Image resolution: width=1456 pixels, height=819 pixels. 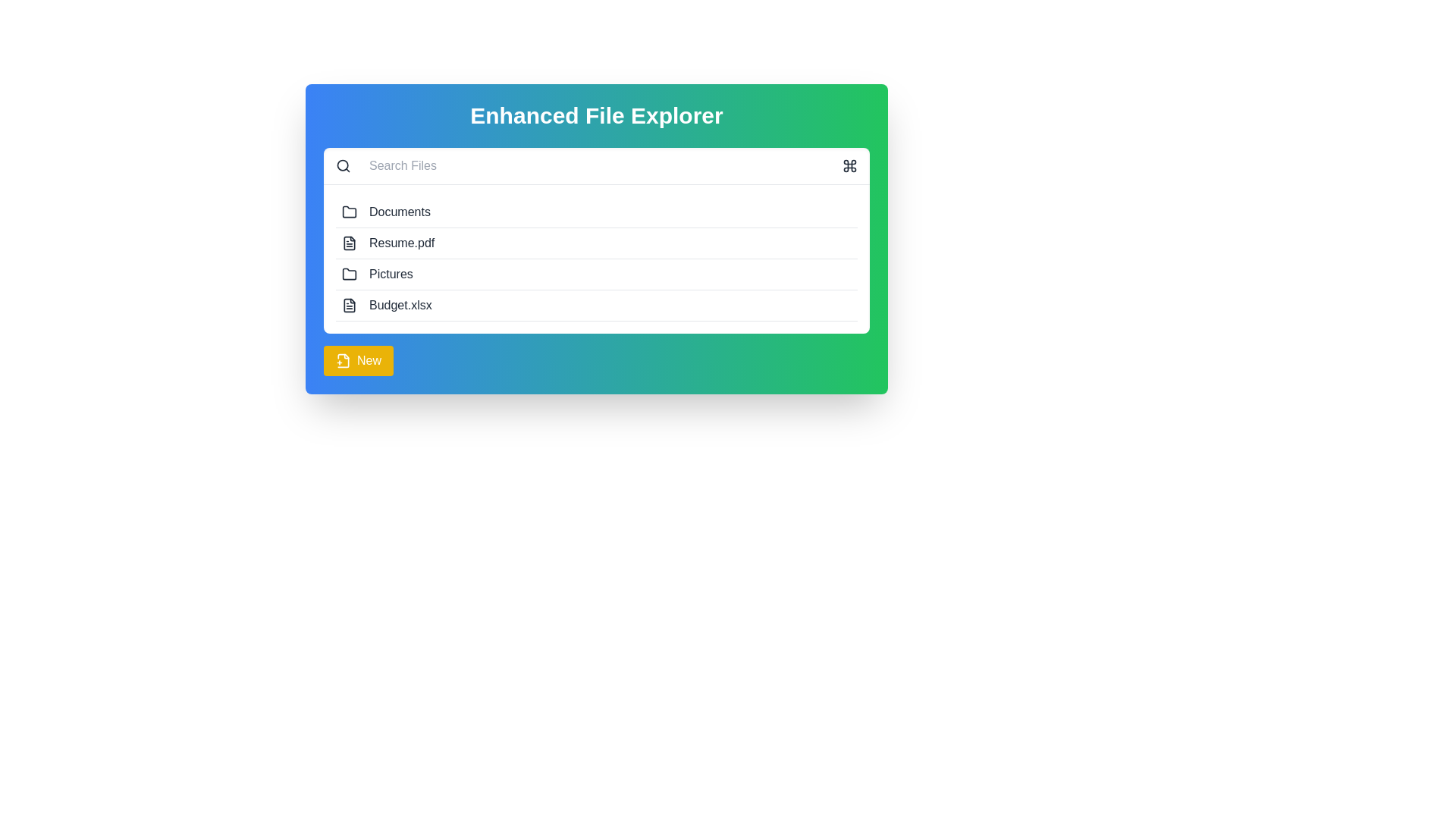 I want to click on the 'Documents' folder icon, so click(x=348, y=212).